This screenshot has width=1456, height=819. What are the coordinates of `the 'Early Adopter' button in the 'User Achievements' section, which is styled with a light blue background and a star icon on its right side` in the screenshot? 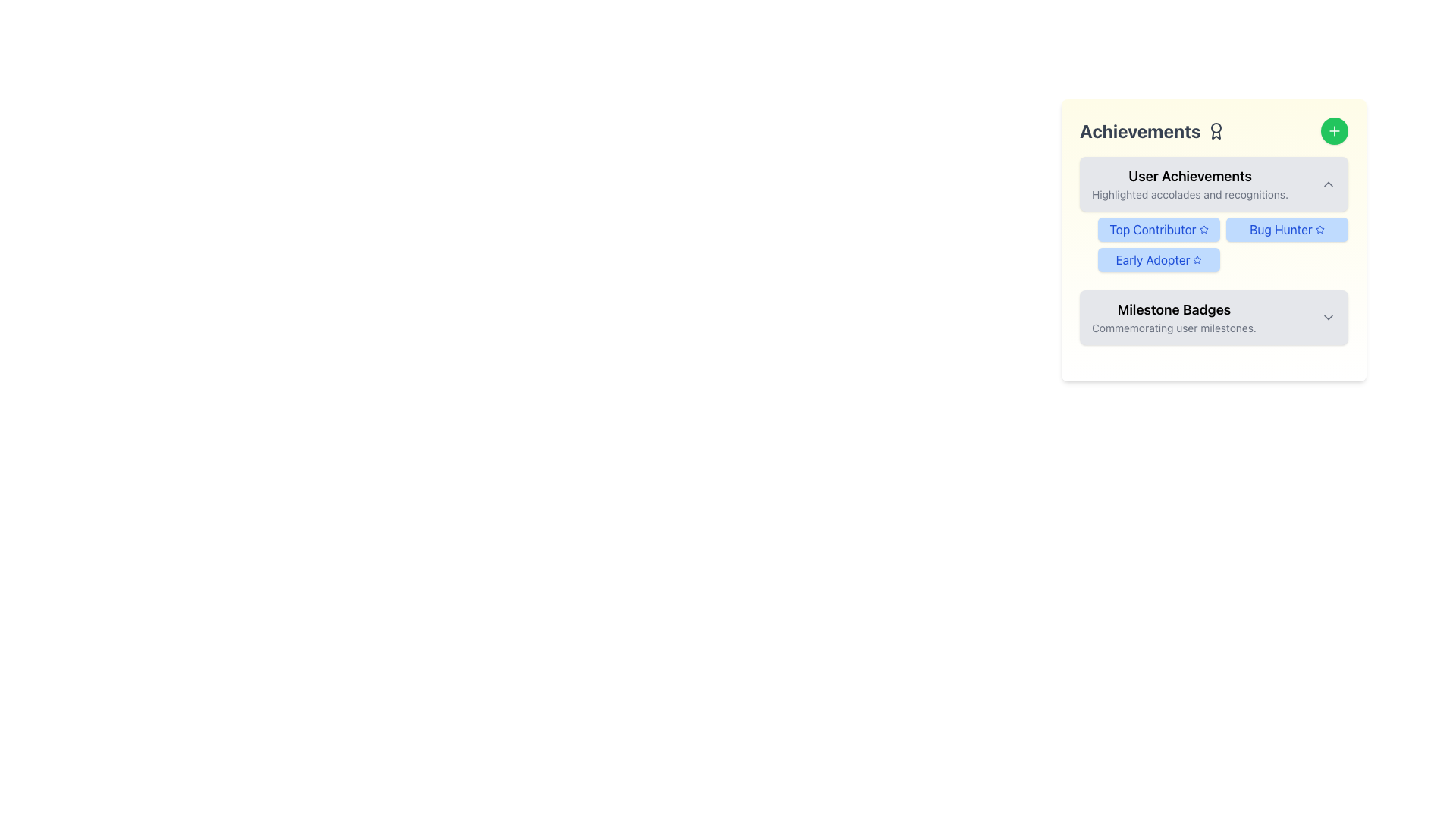 It's located at (1214, 250).